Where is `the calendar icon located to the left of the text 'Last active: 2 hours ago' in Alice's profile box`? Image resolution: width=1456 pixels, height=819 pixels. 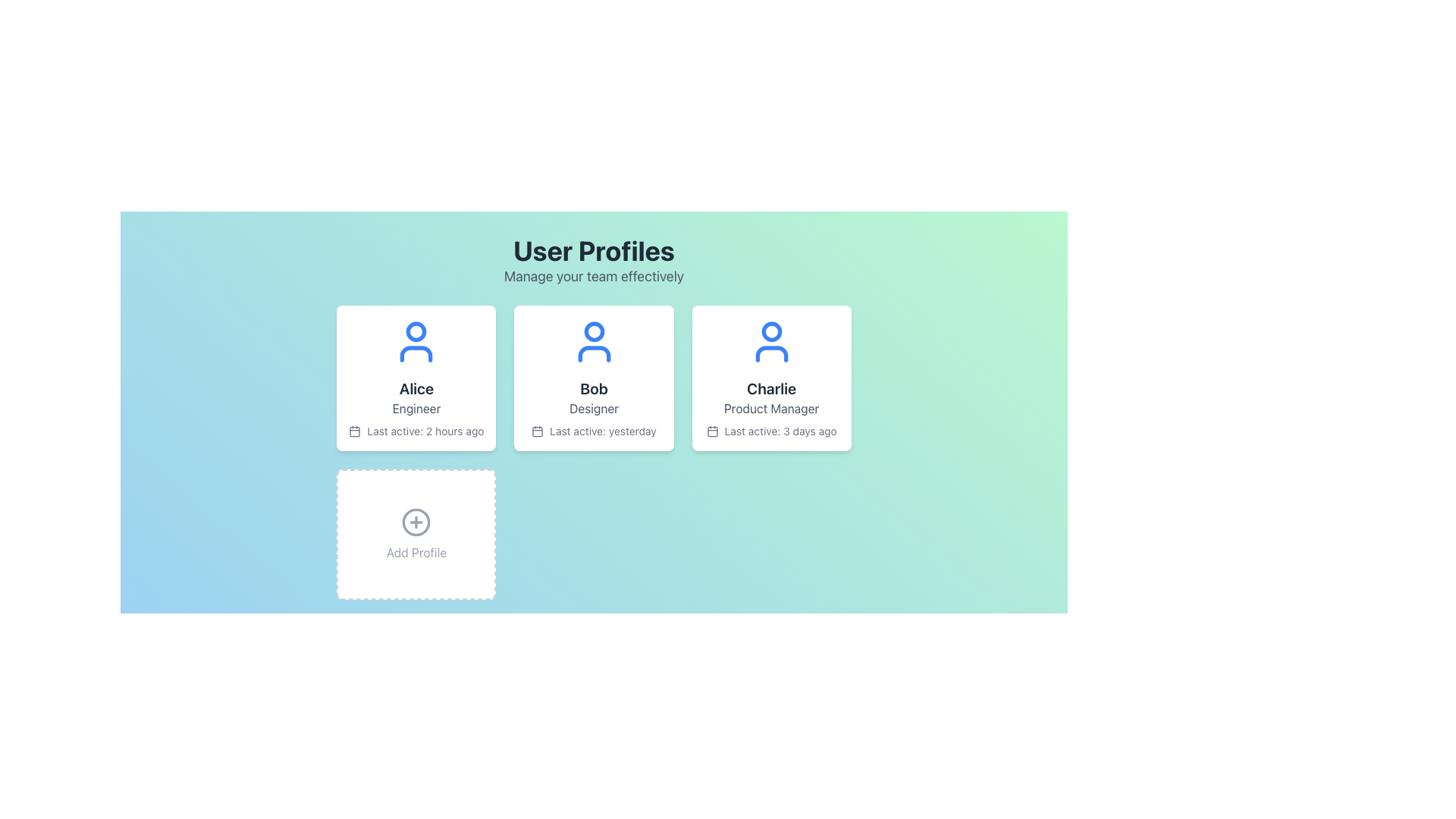 the calendar icon located to the left of the text 'Last active: 2 hours ago' in Alice's profile box is located at coordinates (354, 431).